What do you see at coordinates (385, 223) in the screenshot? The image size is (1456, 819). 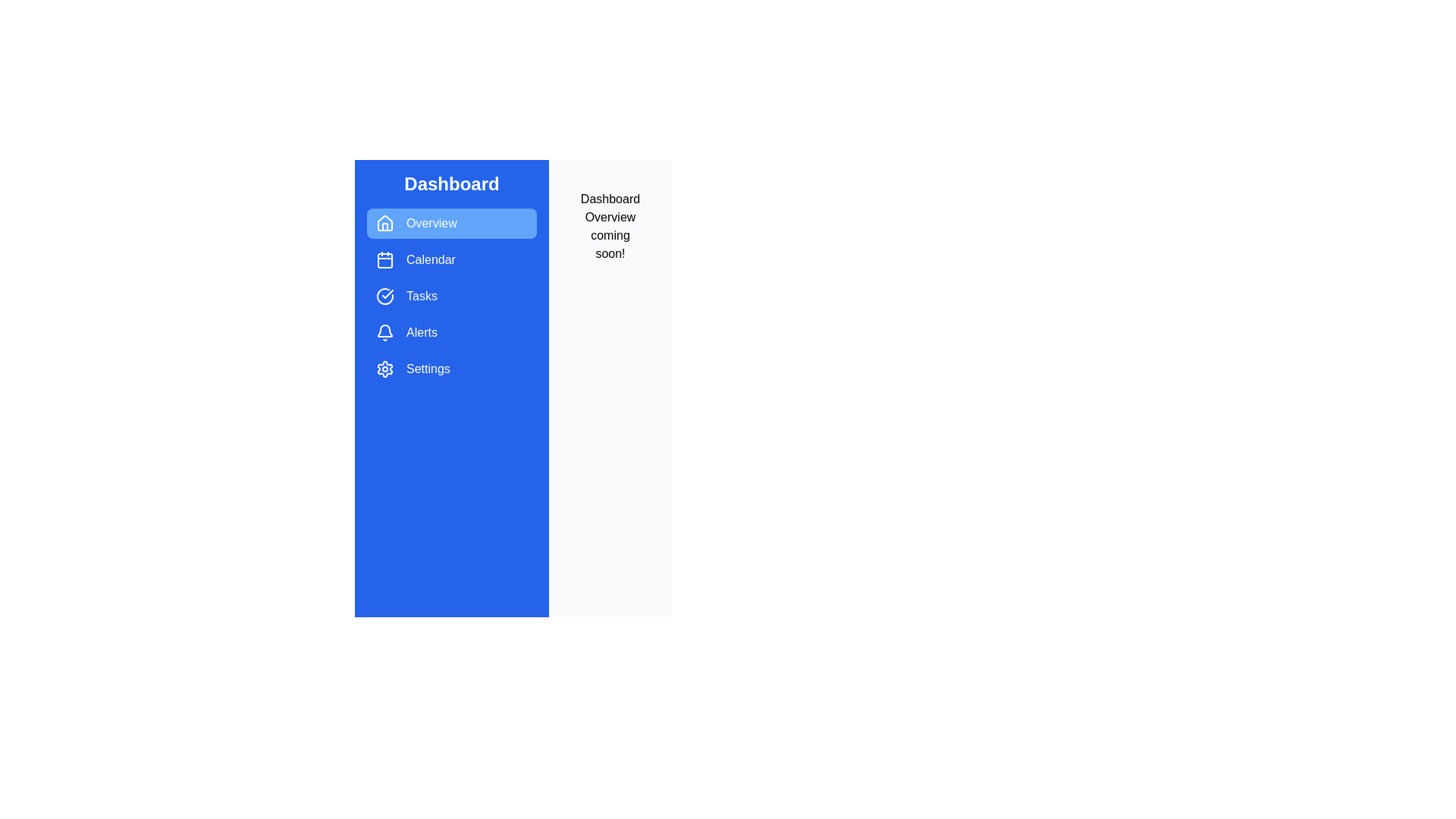 I see `the house icon representing the 'Overview' section in the left-side menu of the application` at bounding box center [385, 223].